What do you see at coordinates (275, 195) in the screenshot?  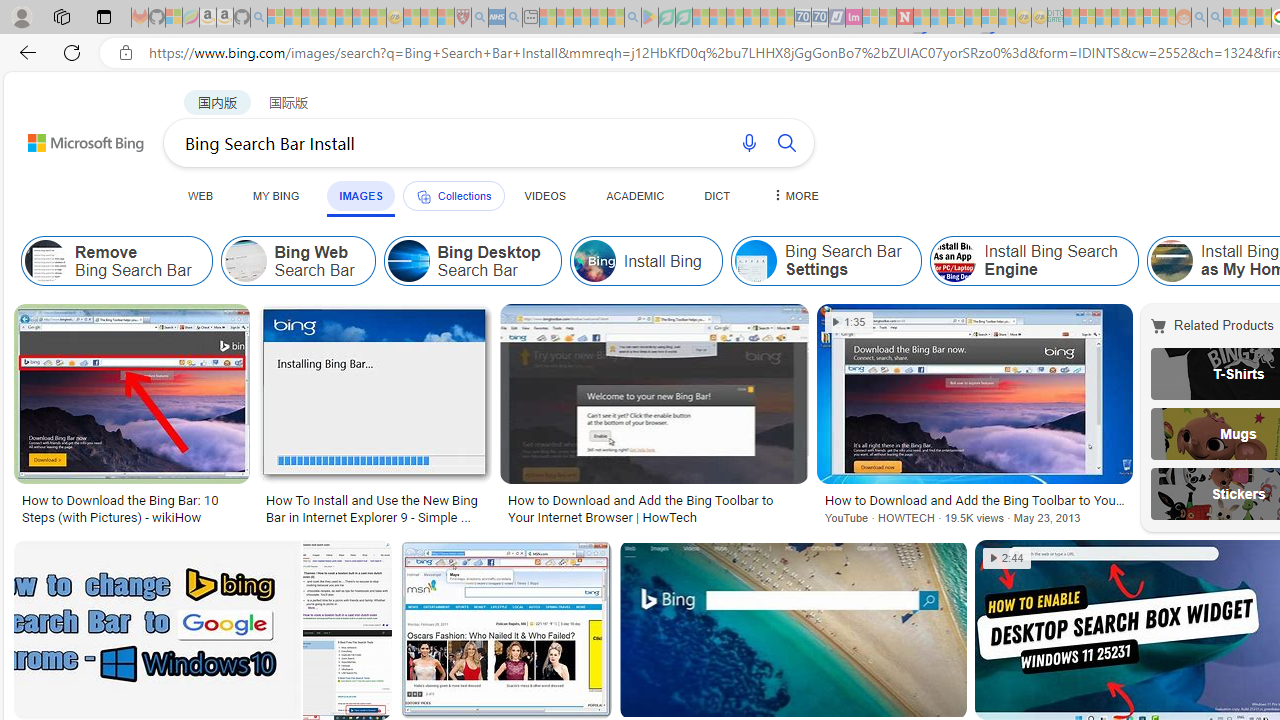 I see `'MY BING'` at bounding box center [275, 195].